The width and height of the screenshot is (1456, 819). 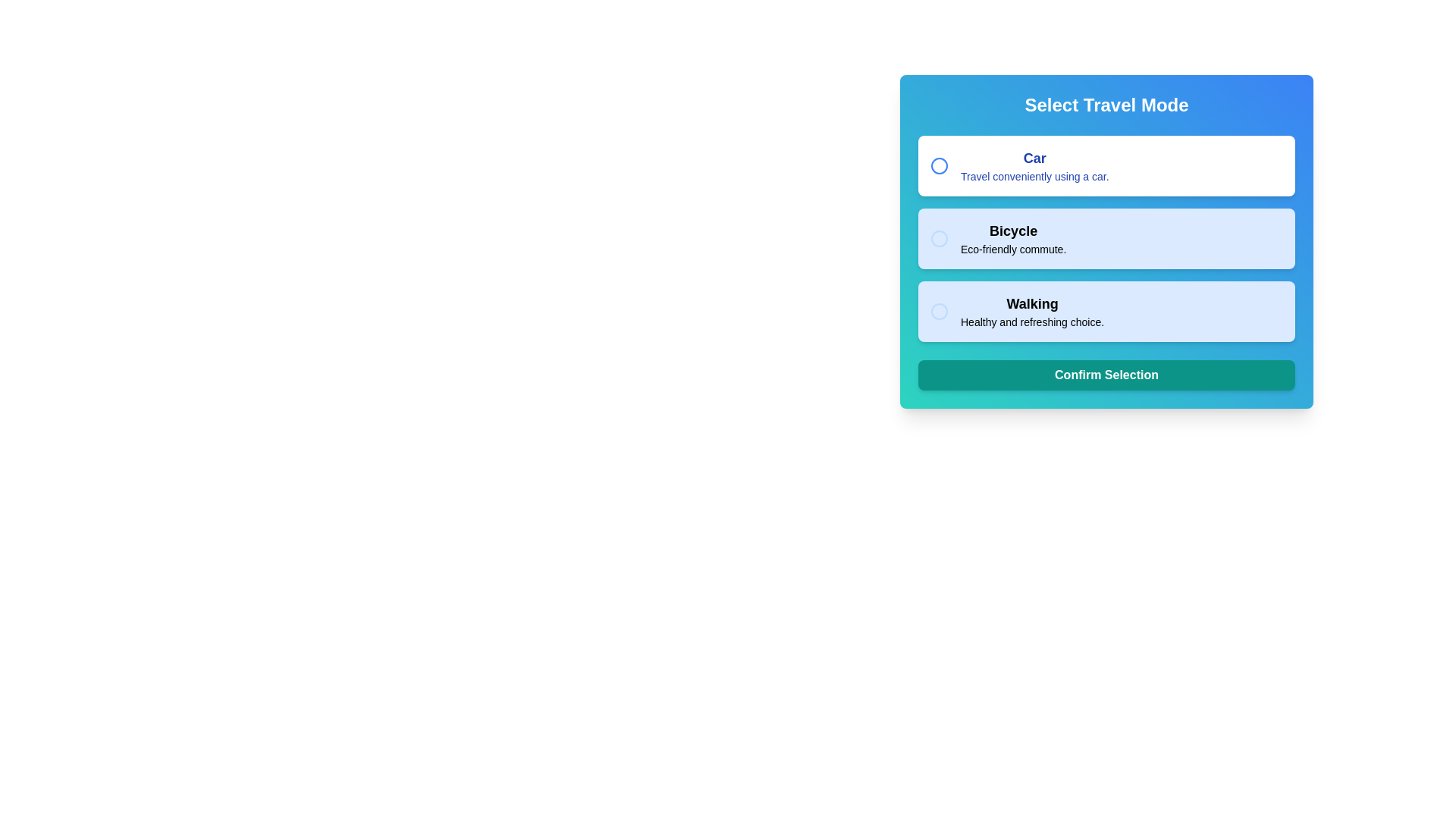 What do you see at coordinates (1034, 175) in the screenshot?
I see `the text label component that reads 'Travel conveniently using a car.' which is positioned below the bold 'Car' title in the interface's vertical list of travel modes` at bounding box center [1034, 175].